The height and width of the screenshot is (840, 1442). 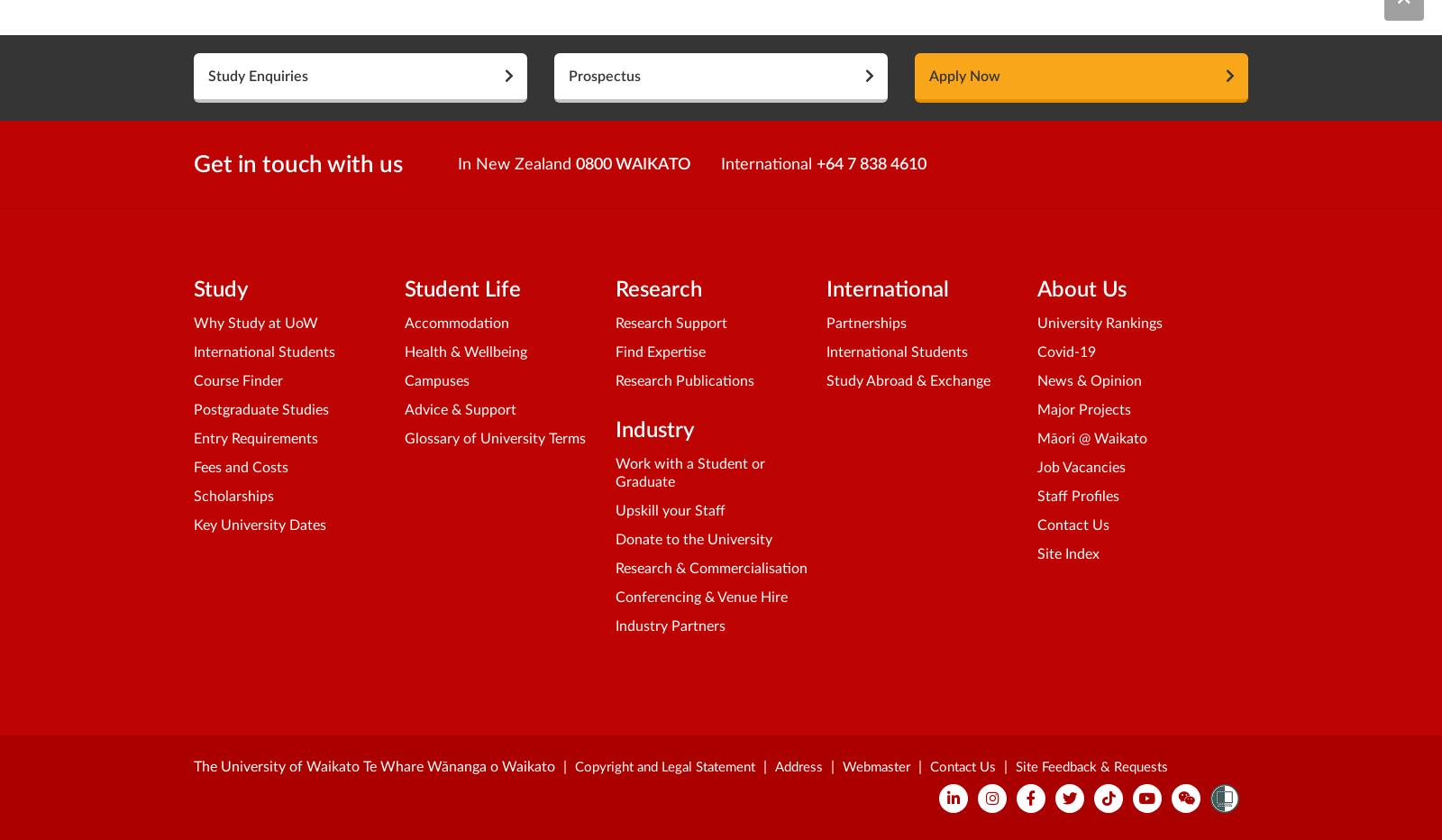 I want to click on 'Research Publications', so click(x=685, y=380).